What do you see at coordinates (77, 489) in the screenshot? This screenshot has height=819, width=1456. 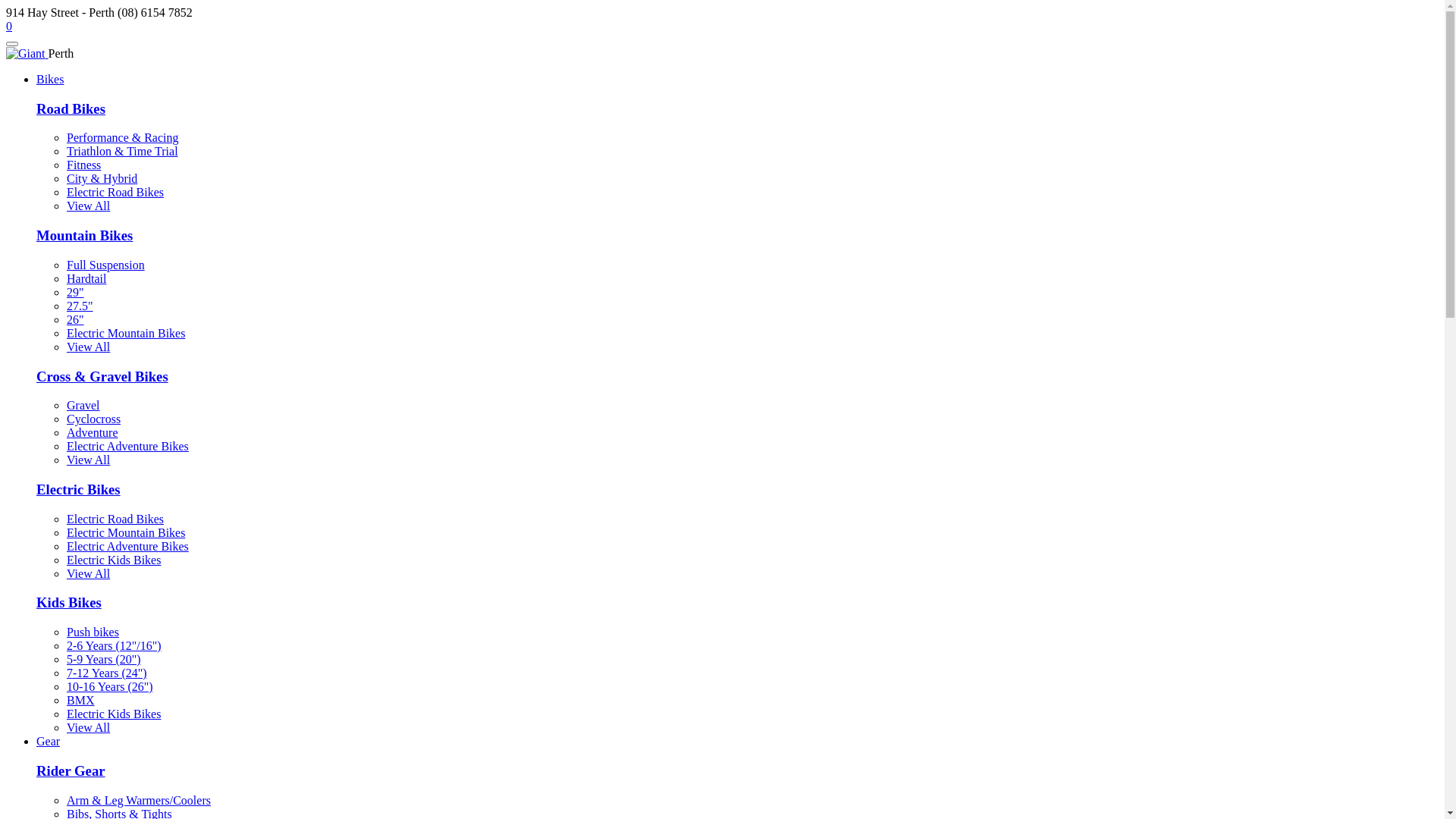 I see `'Electric Bikes'` at bounding box center [77, 489].